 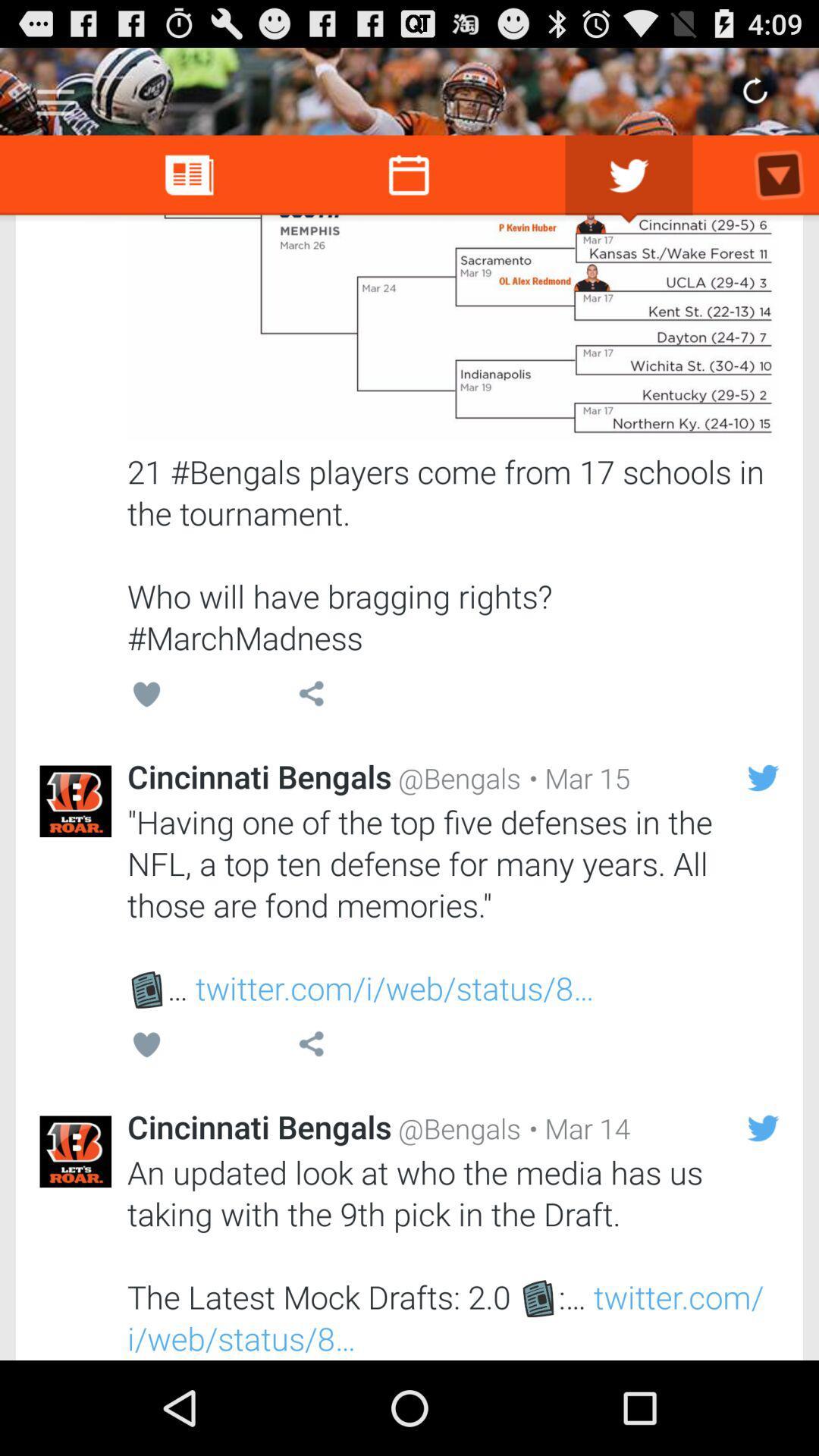 I want to click on the an updated look icon, so click(x=452, y=1255).